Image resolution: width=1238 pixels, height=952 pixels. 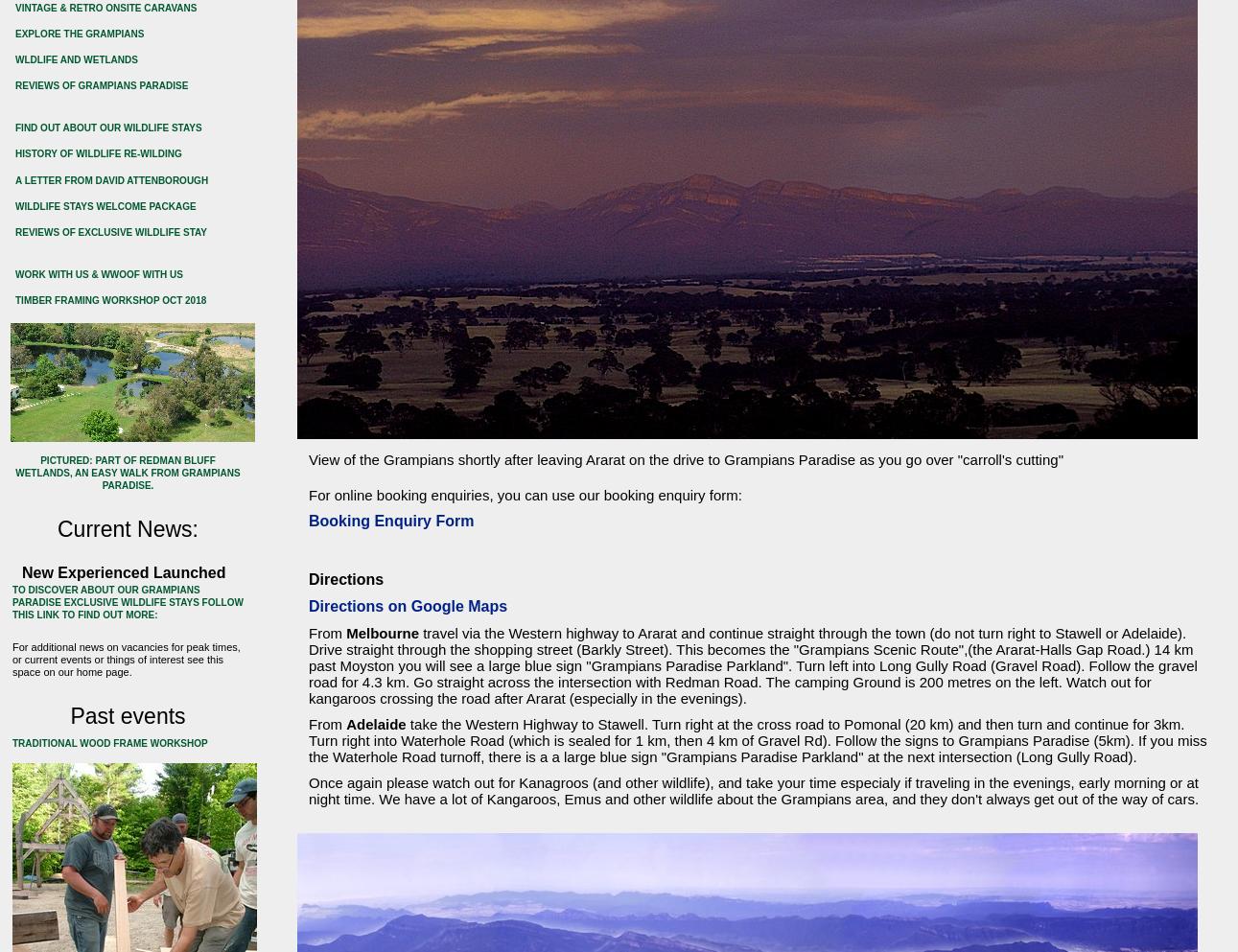 I want to click on 'Adelaide', so click(x=375, y=724).